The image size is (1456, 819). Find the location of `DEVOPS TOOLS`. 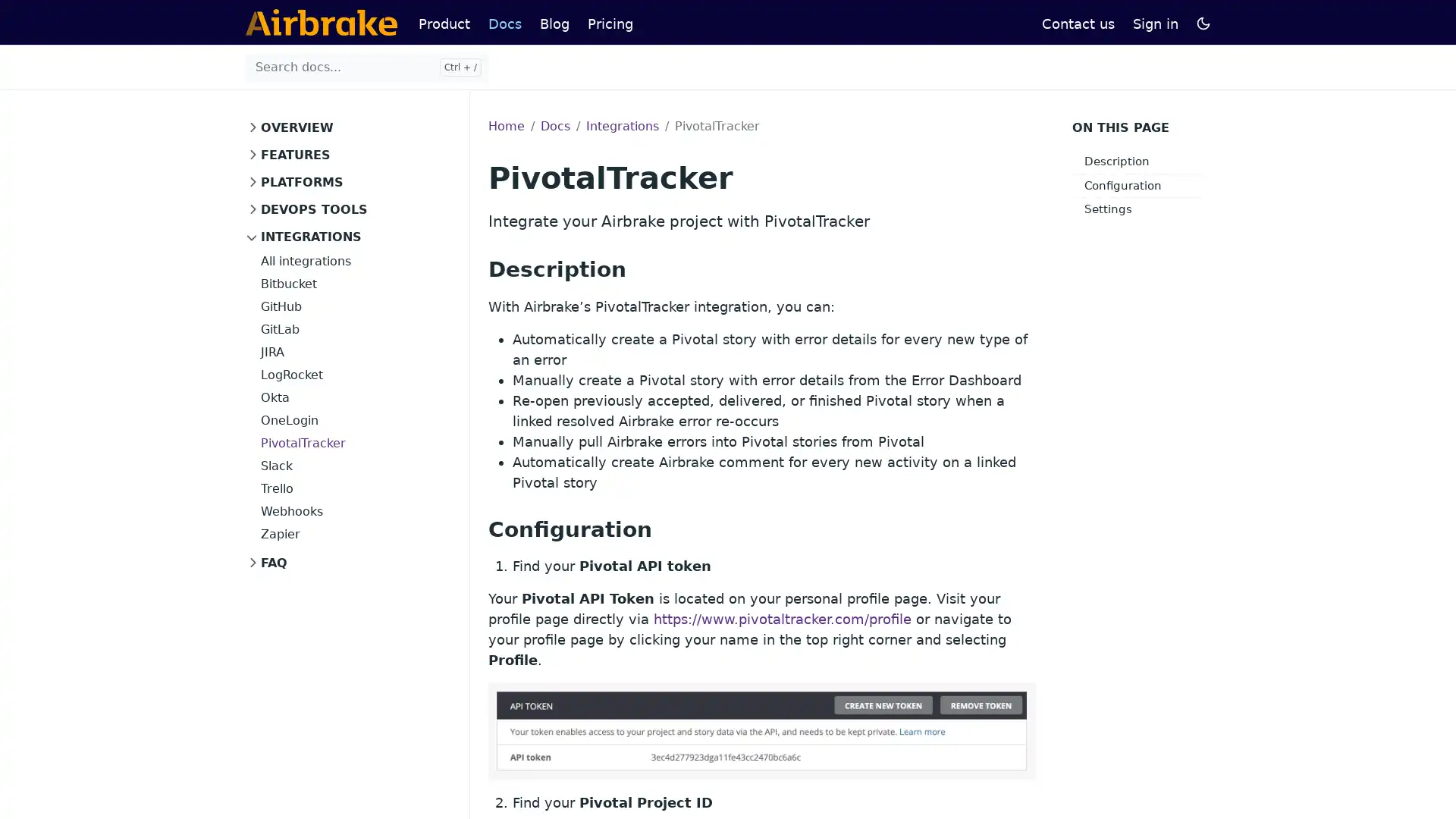

DEVOPS TOOLS is located at coordinates (309, 210).